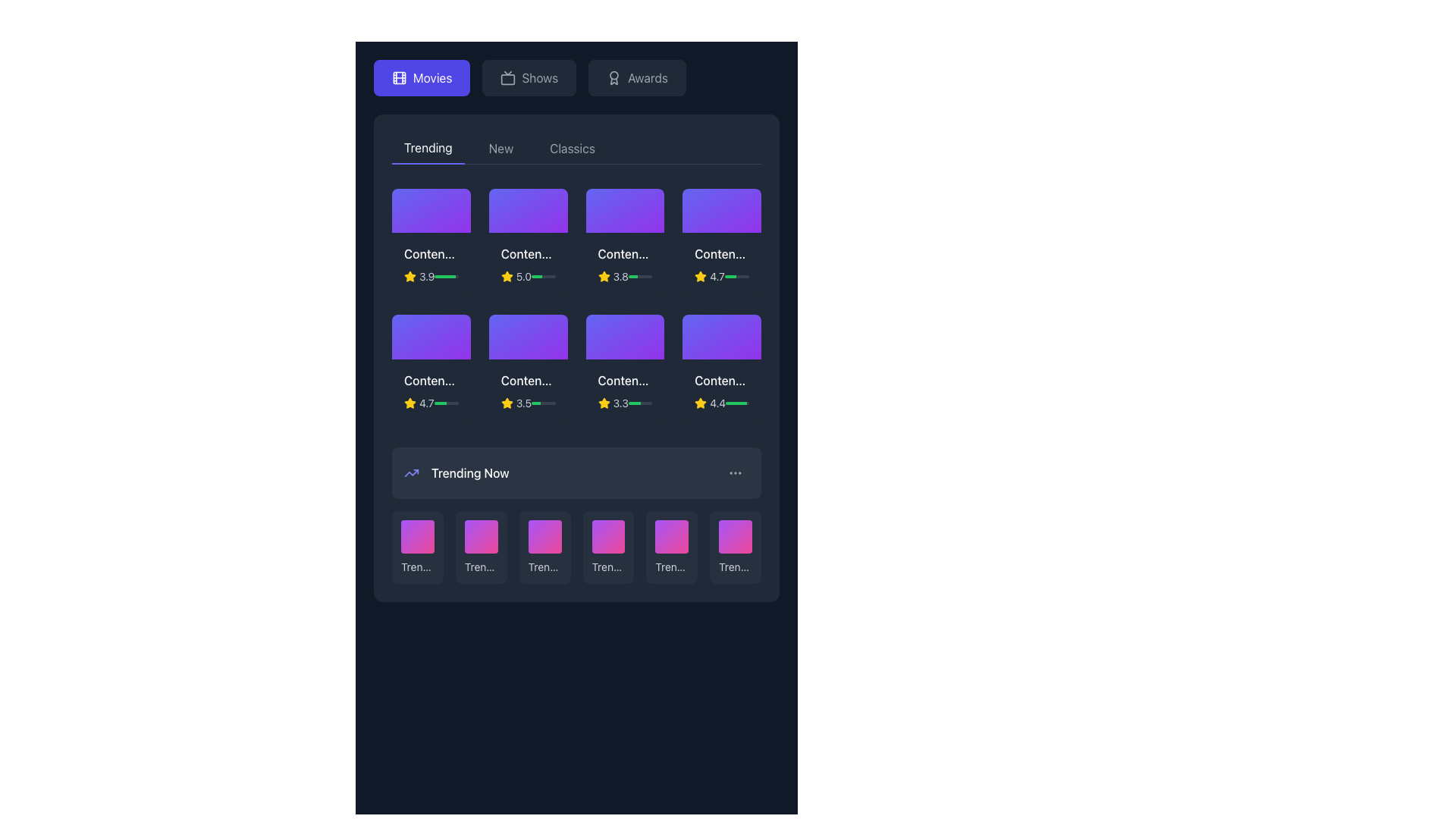  What do you see at coordinates (735, 472) in the screenshot?
I see `the Icon/Menu Trigger, which consists of three horizontally-aligned light gray dots located` at bounding box center [735, 472].